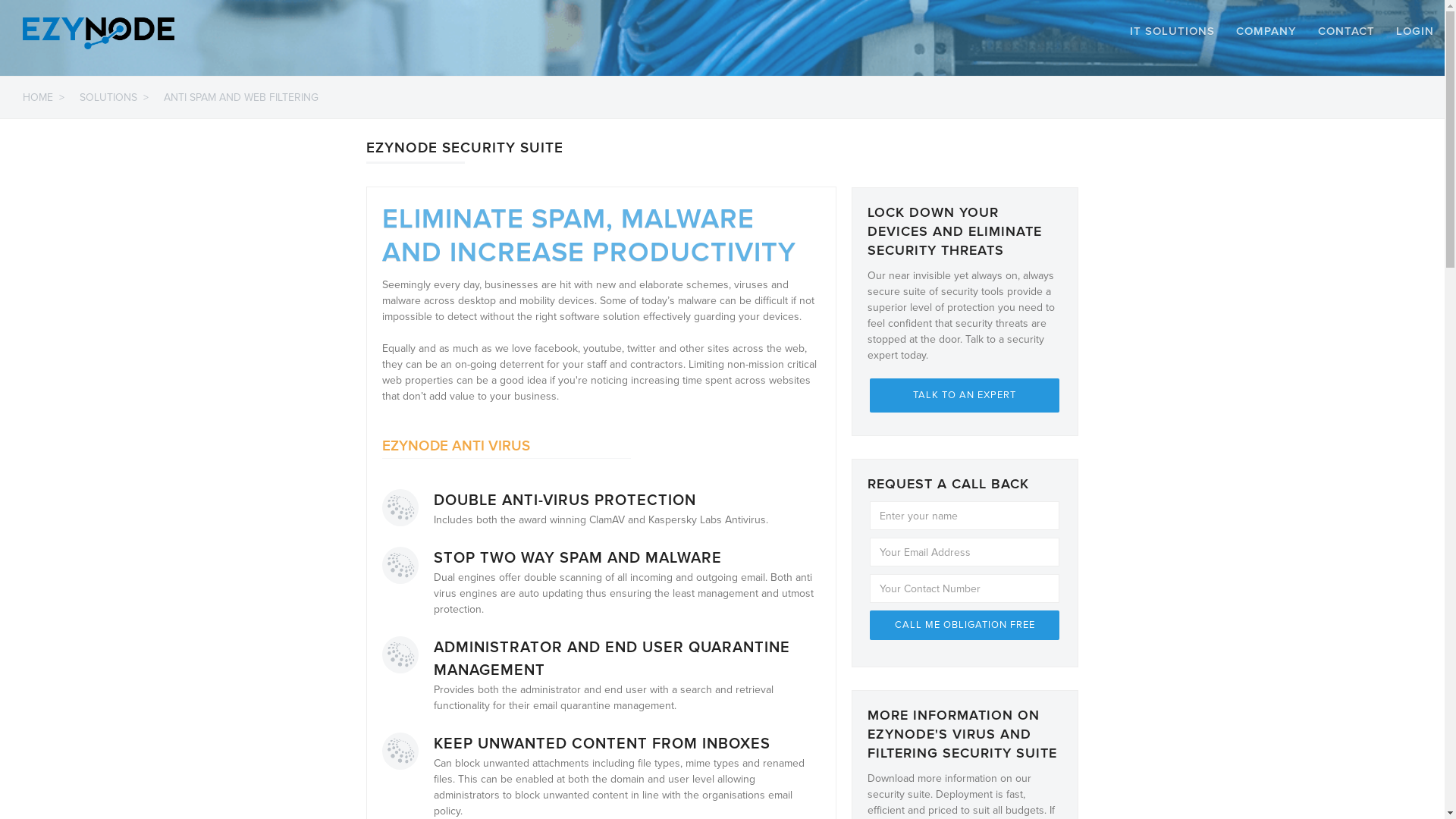 Image resolution: width=1456 pixels, height=819 pixels. I want to click on 'SOLUTIONS  >', so click(113, 97).